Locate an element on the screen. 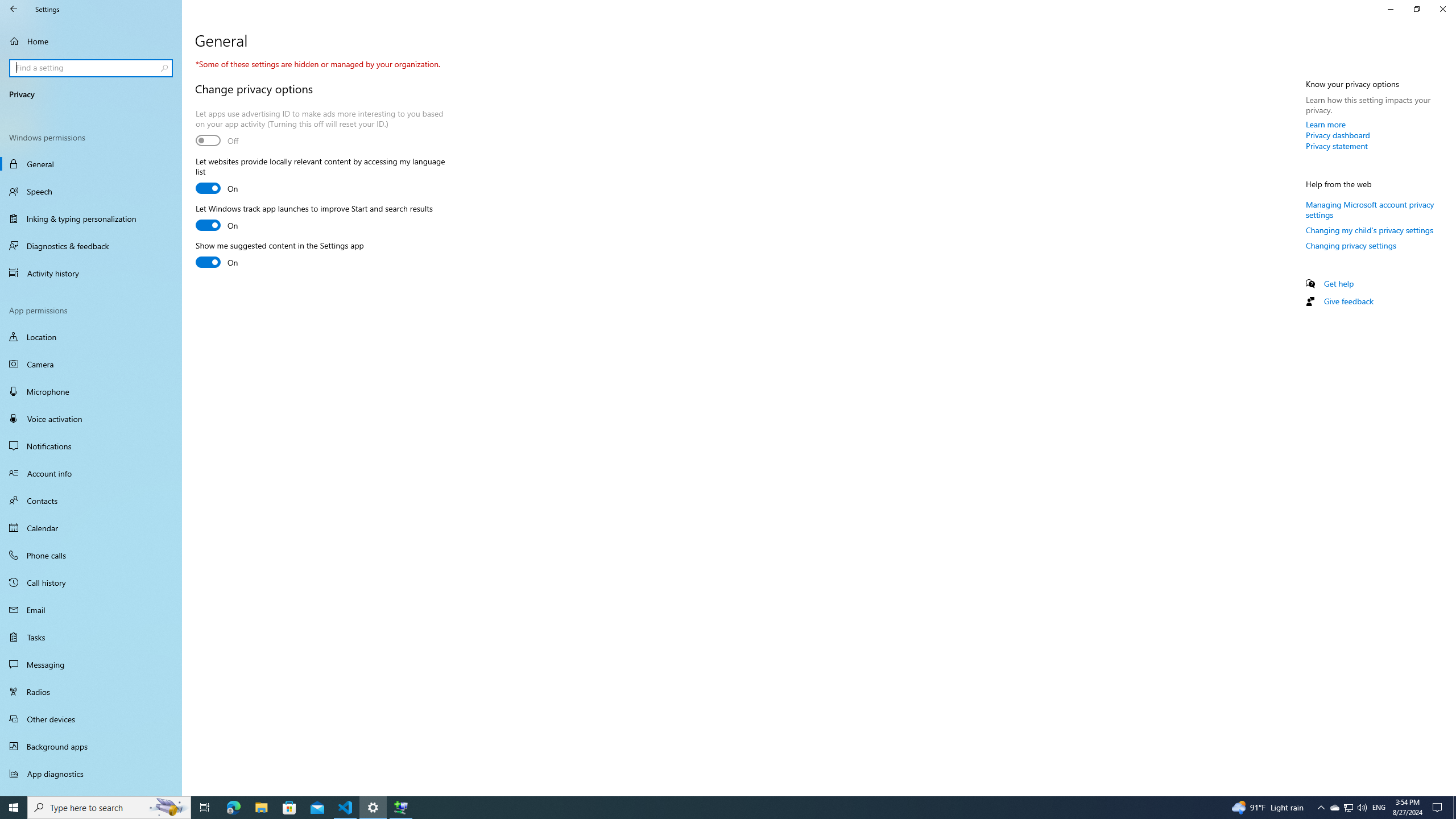 This screenshot has height=819, width=1456. 'Extensible Wizards Host Process - 1 running window' is located at coordinates (401, 806).